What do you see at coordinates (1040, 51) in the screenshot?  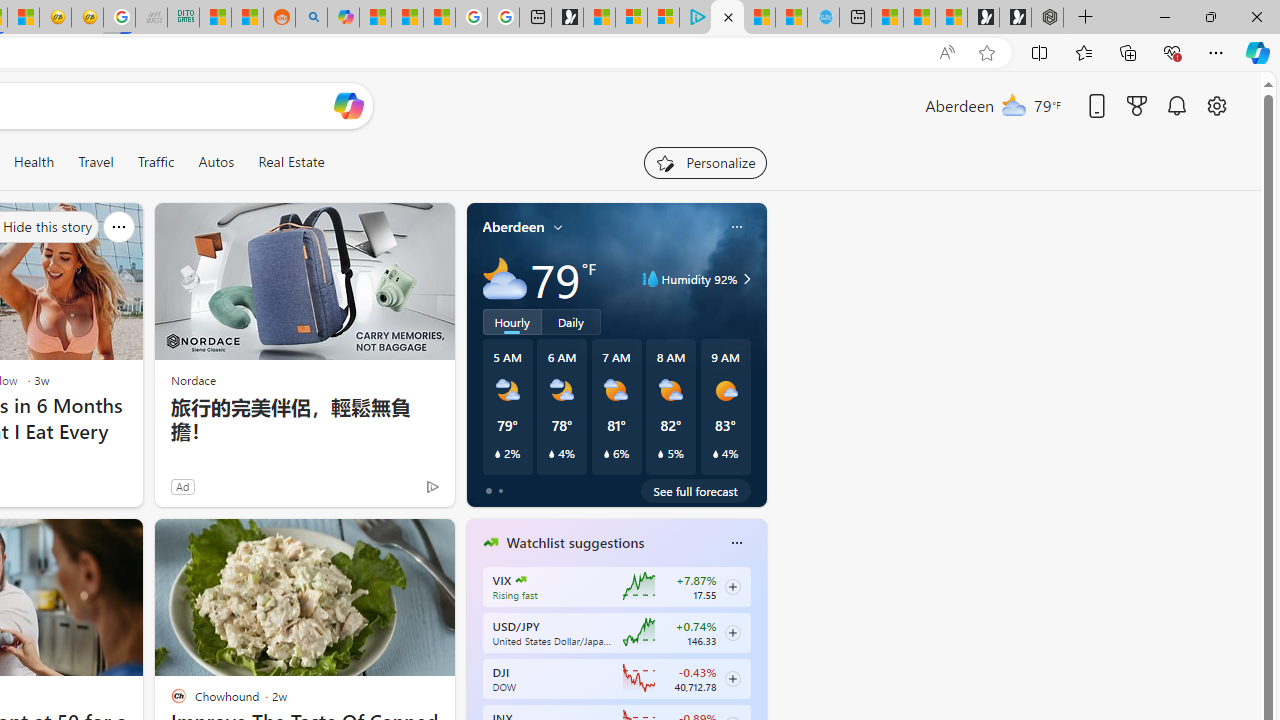 I see `'Split screen'` at bounding box center [1040, 51].